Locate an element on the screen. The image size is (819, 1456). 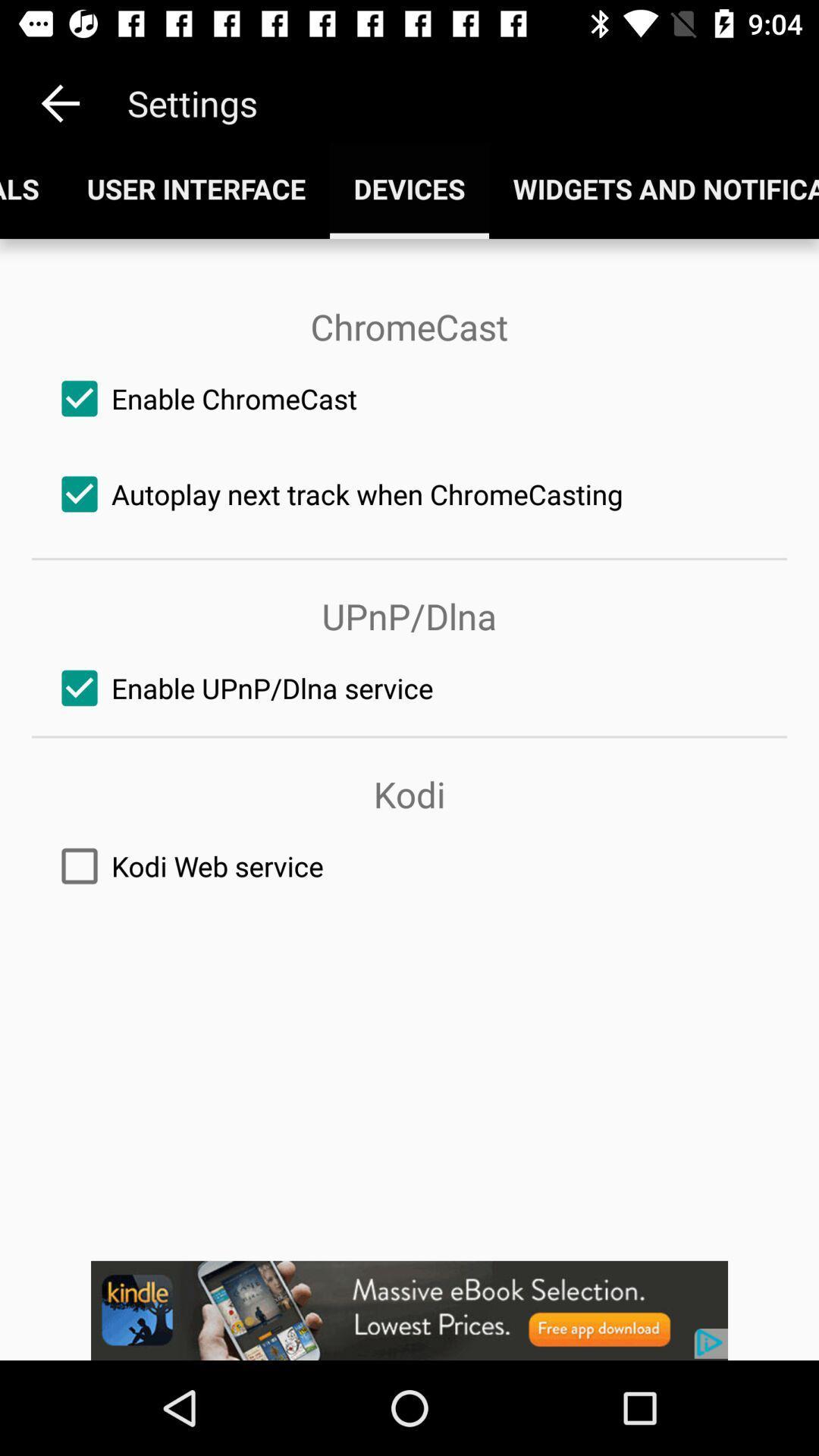
the check box under chromecast is located at coordinates (409, 399).